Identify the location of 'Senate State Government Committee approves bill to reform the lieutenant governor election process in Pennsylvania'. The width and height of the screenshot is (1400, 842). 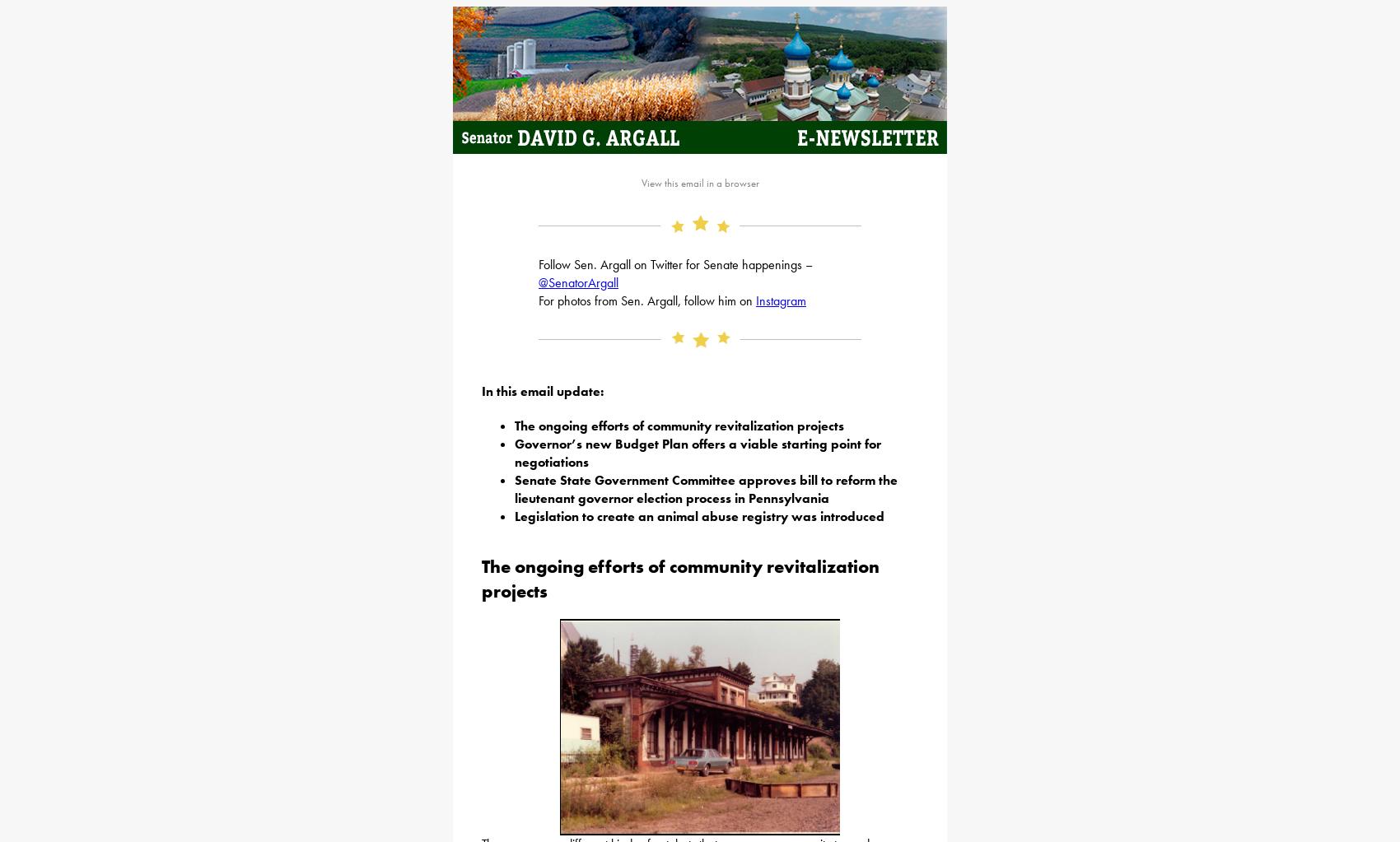
(706, 487).